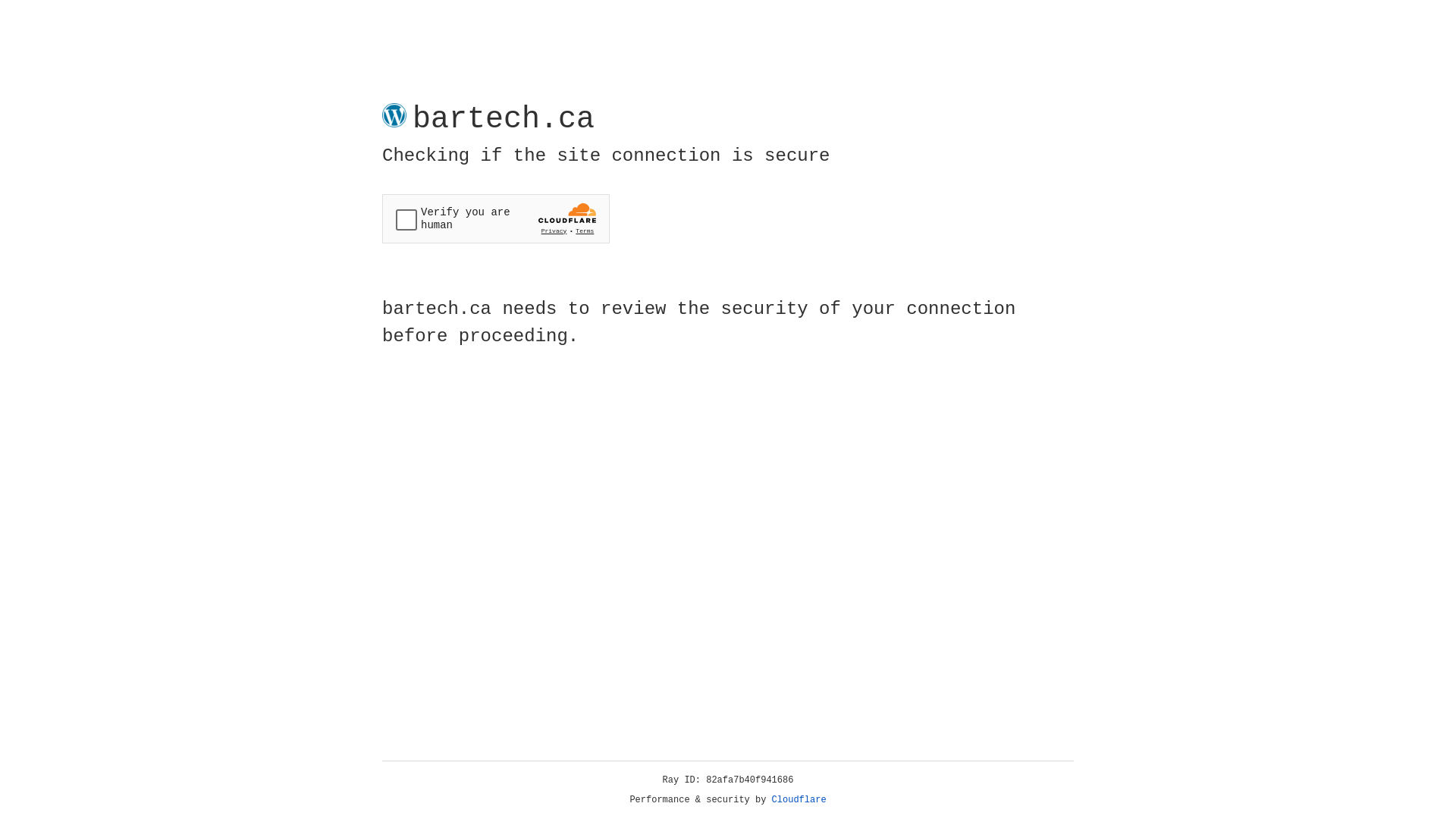 Image resolution: width=1456 pixels, height=819 pixels. Describe the element at coordinates (495, 218) in the screenshot. I see `'Widget containing a Cloudflare security challenge'` at that location.